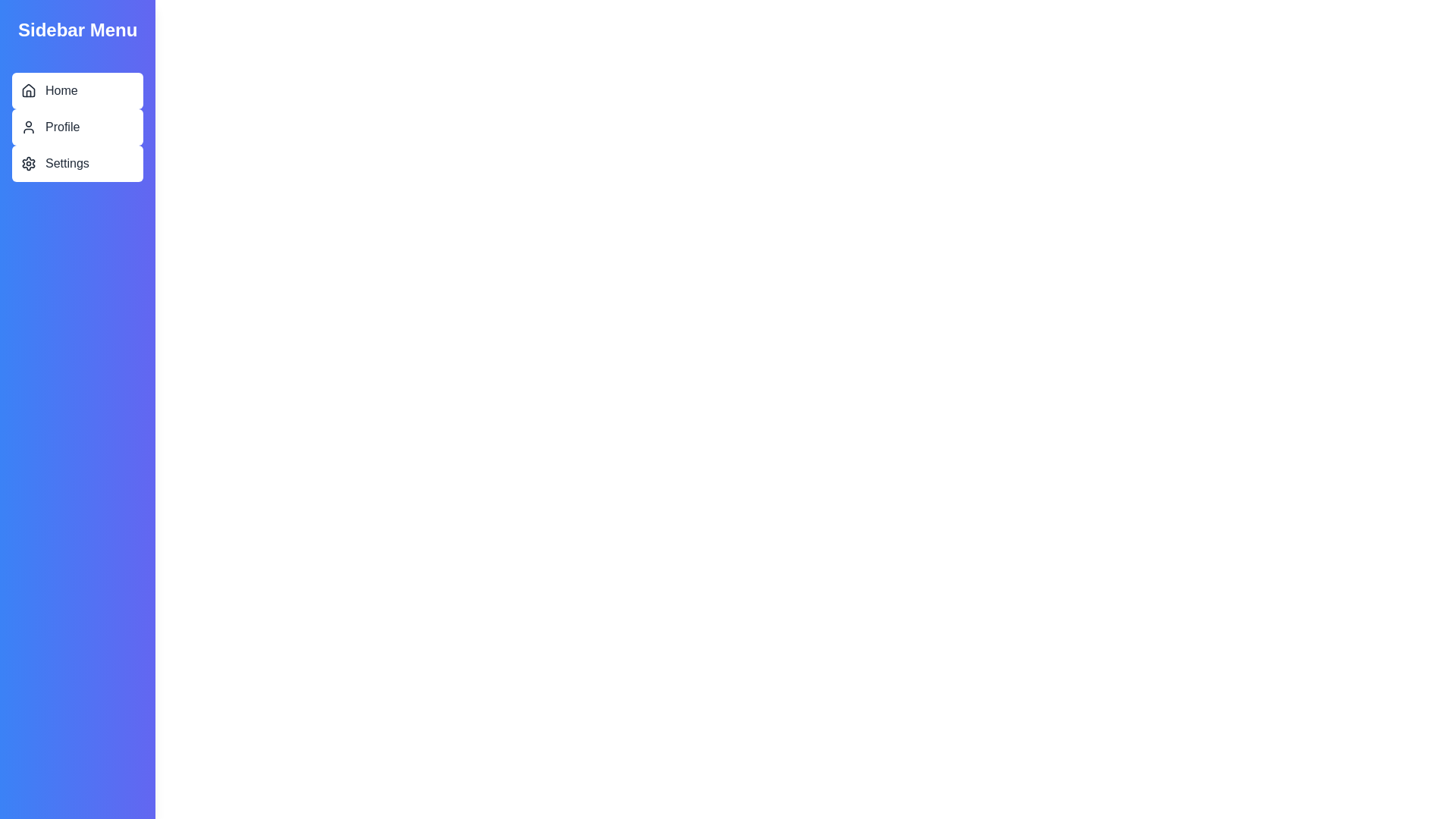 Image resolution: width=1456 pixels, height=819 pixels. What do you see at coordinates (77, 127) in the screenshot?
I see `the 'Profile' button, which is the second item in the vertical list of menu options in the sidebar` at bounding box center [77, 127].